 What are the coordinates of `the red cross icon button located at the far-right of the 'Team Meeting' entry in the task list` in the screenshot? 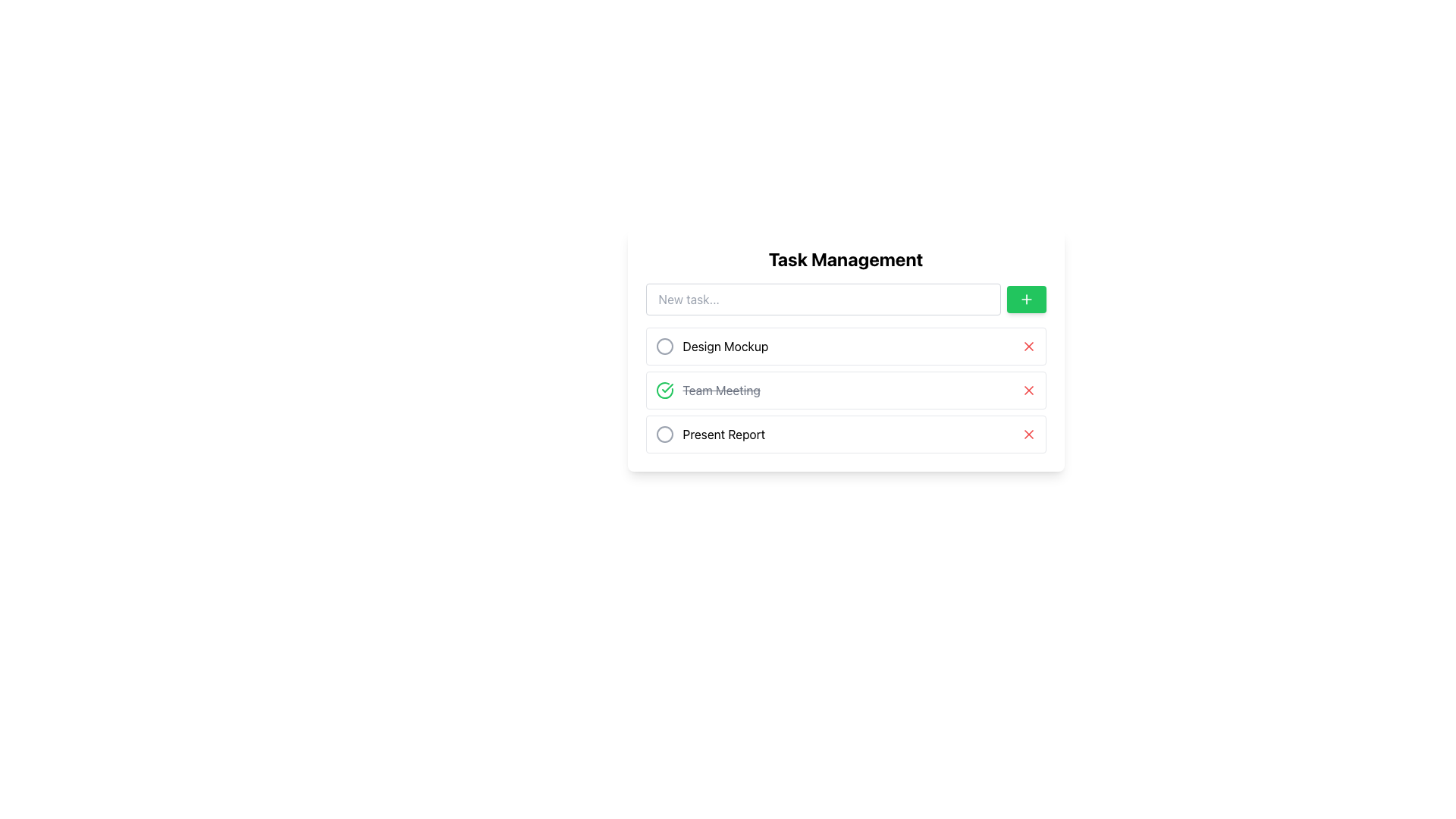 It's located at (1028, 390).